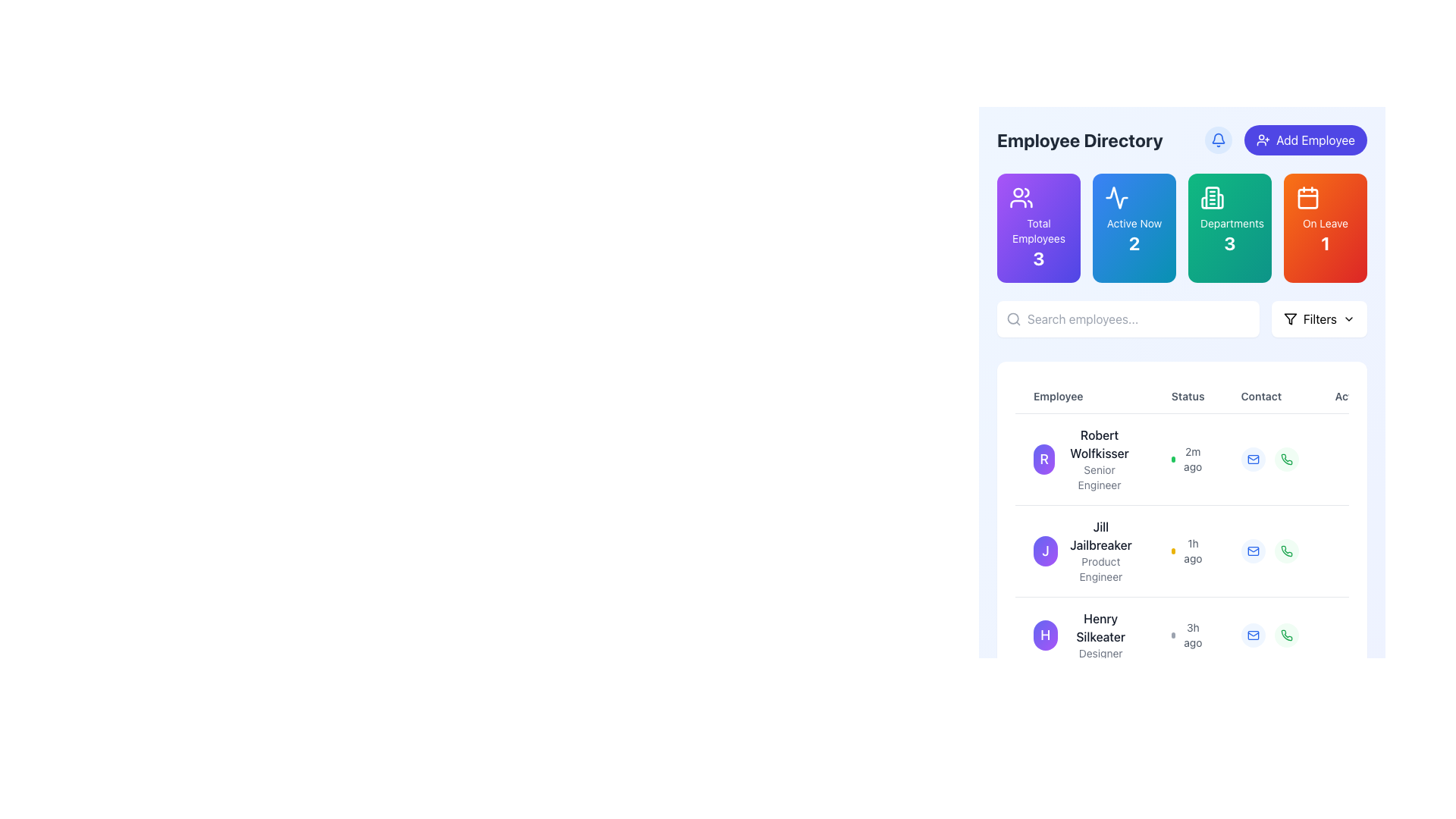 The height and width of the screenshot is (819, 1456). Describe the element at coordinates (1192, 458) in the screenshot. I see `the timestamp text label indicating the recency of activity related to employee 'Robert Wolfkisser', positioned under the 'Status' column` at that location.